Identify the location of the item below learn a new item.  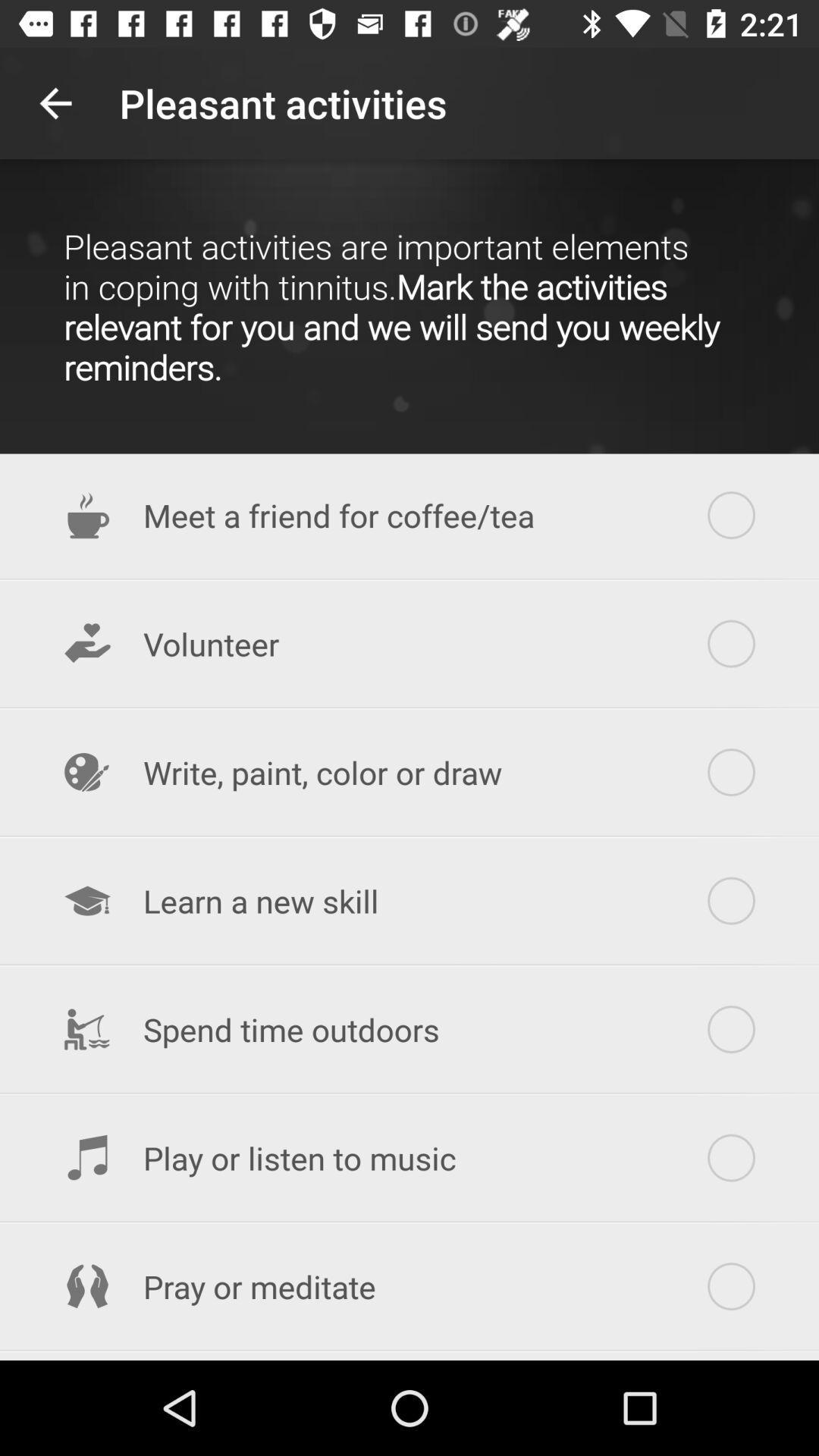
(409, 1029).